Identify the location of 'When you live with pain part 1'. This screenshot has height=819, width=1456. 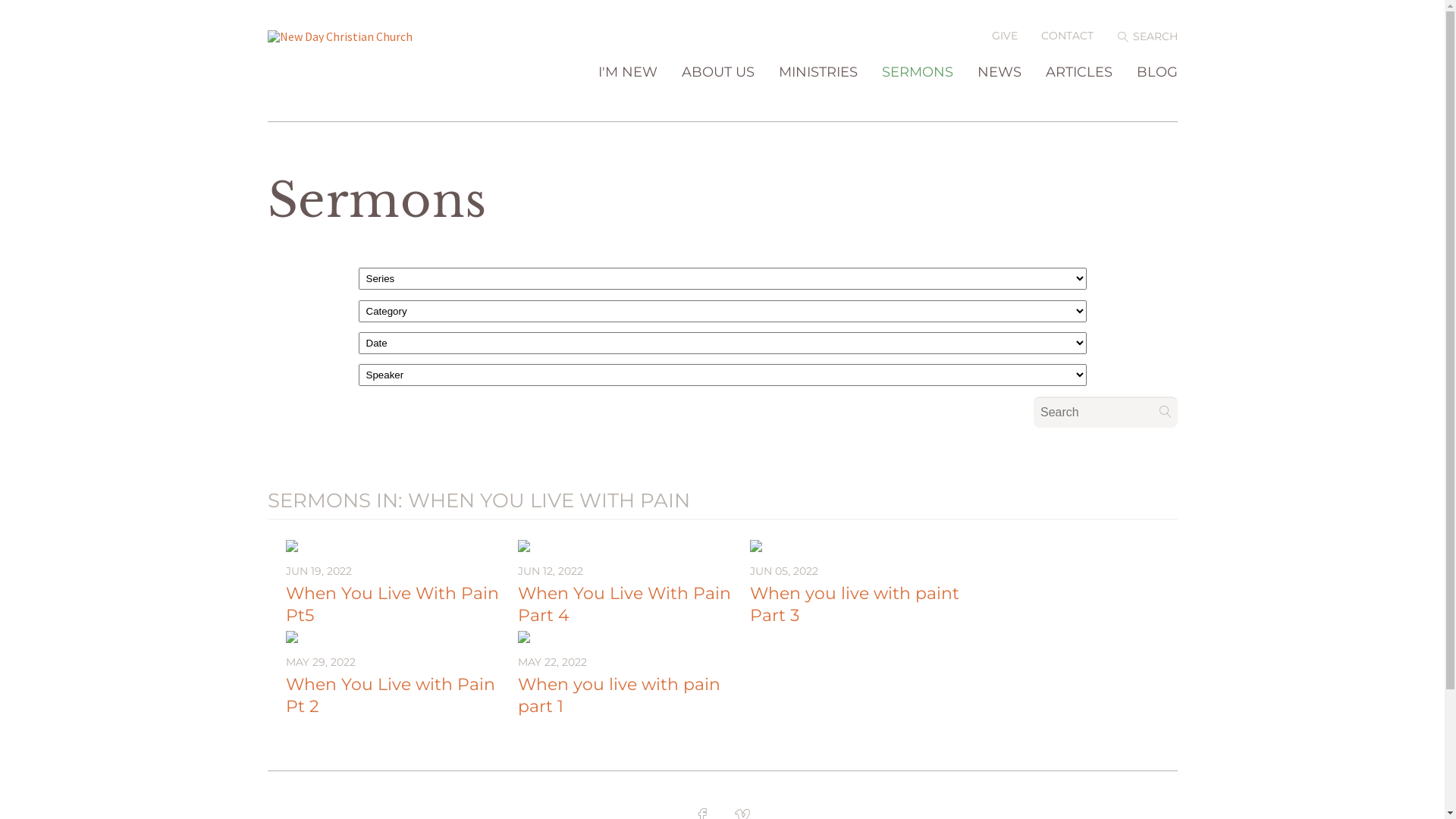
(618, 695).